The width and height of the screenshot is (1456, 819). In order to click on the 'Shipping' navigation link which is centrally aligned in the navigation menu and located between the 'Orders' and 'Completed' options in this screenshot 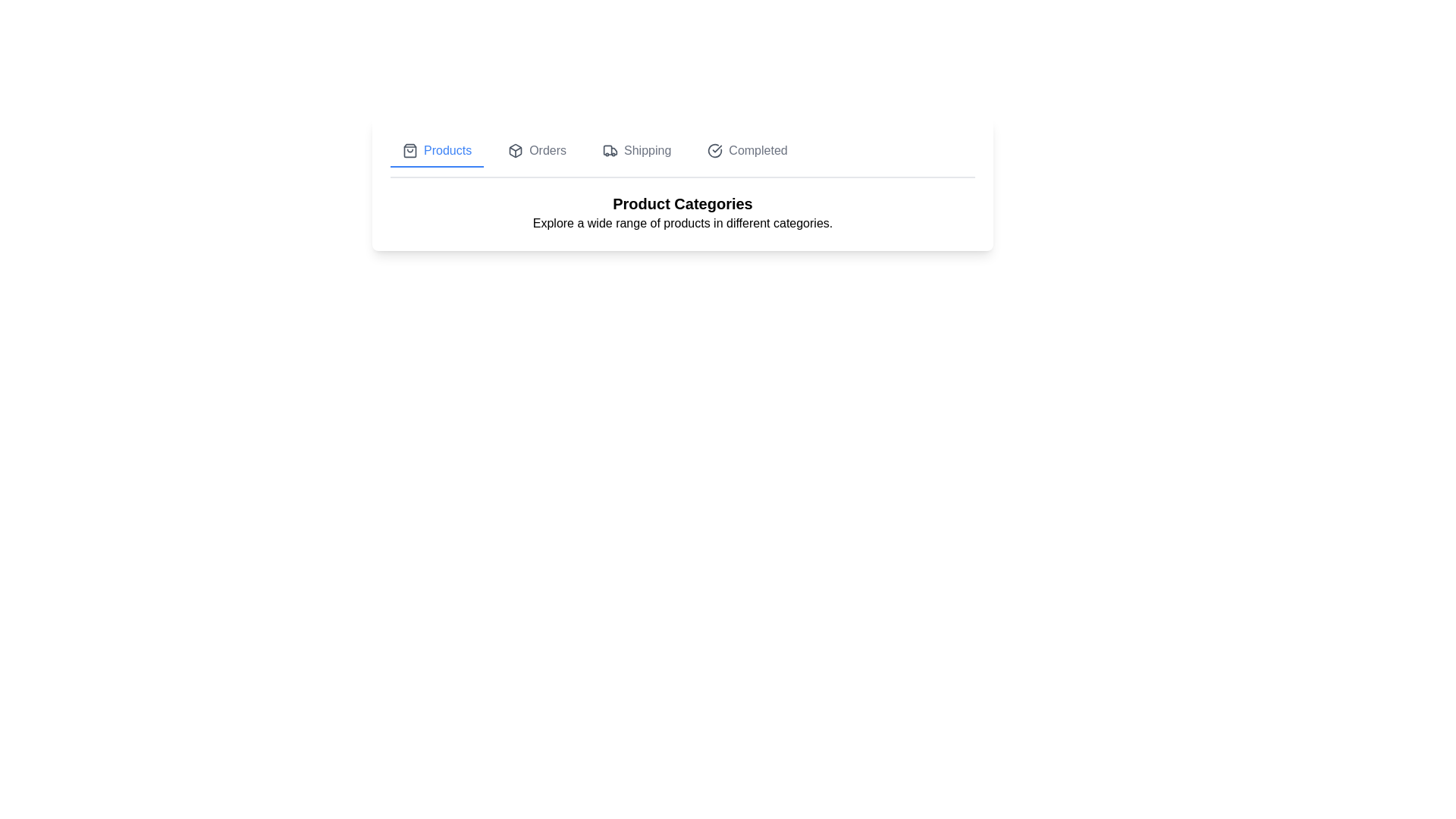, I will do `click(648, 151)`.